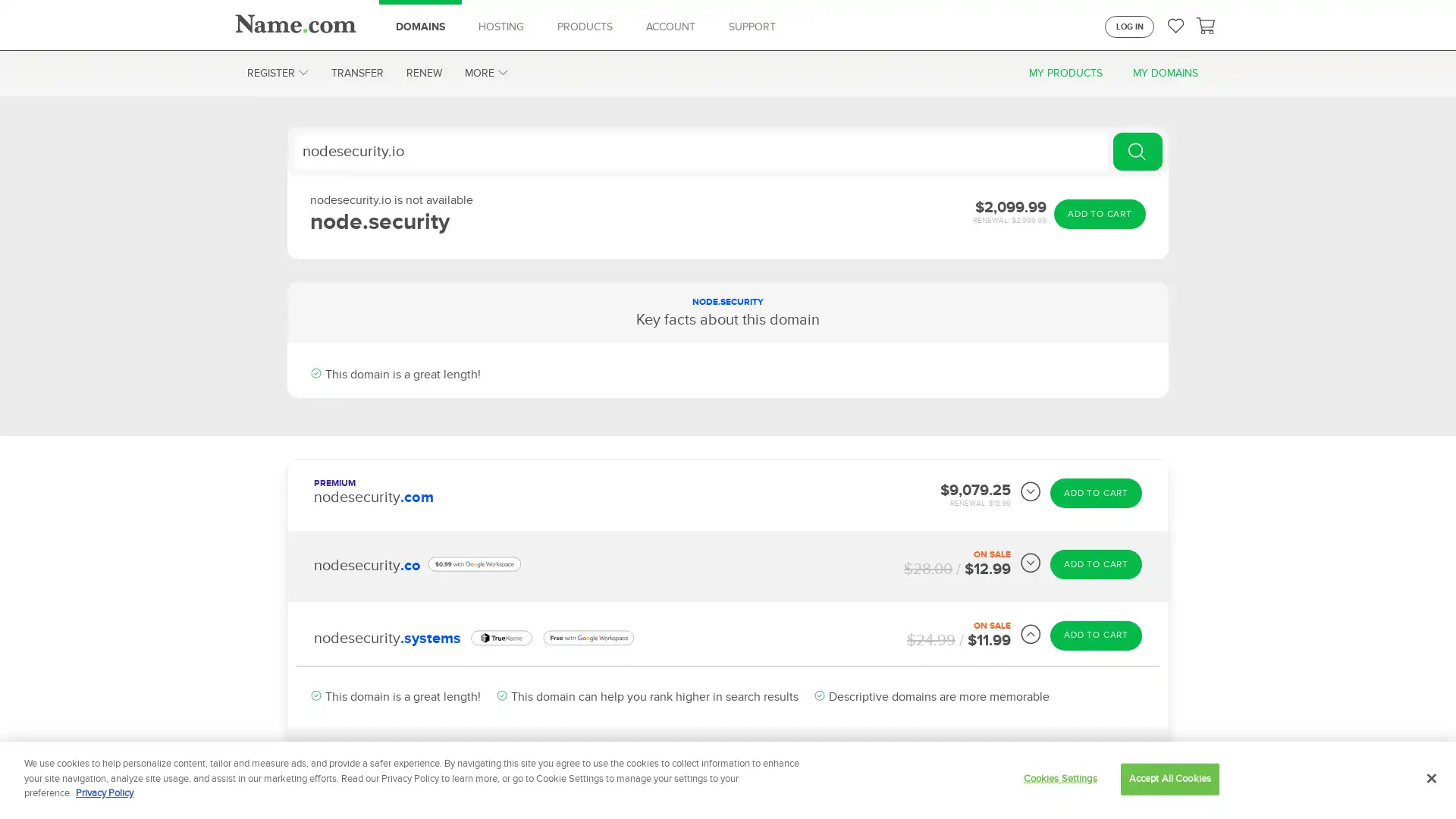  I want to click on ADD TO CART, so click(1096, 635).